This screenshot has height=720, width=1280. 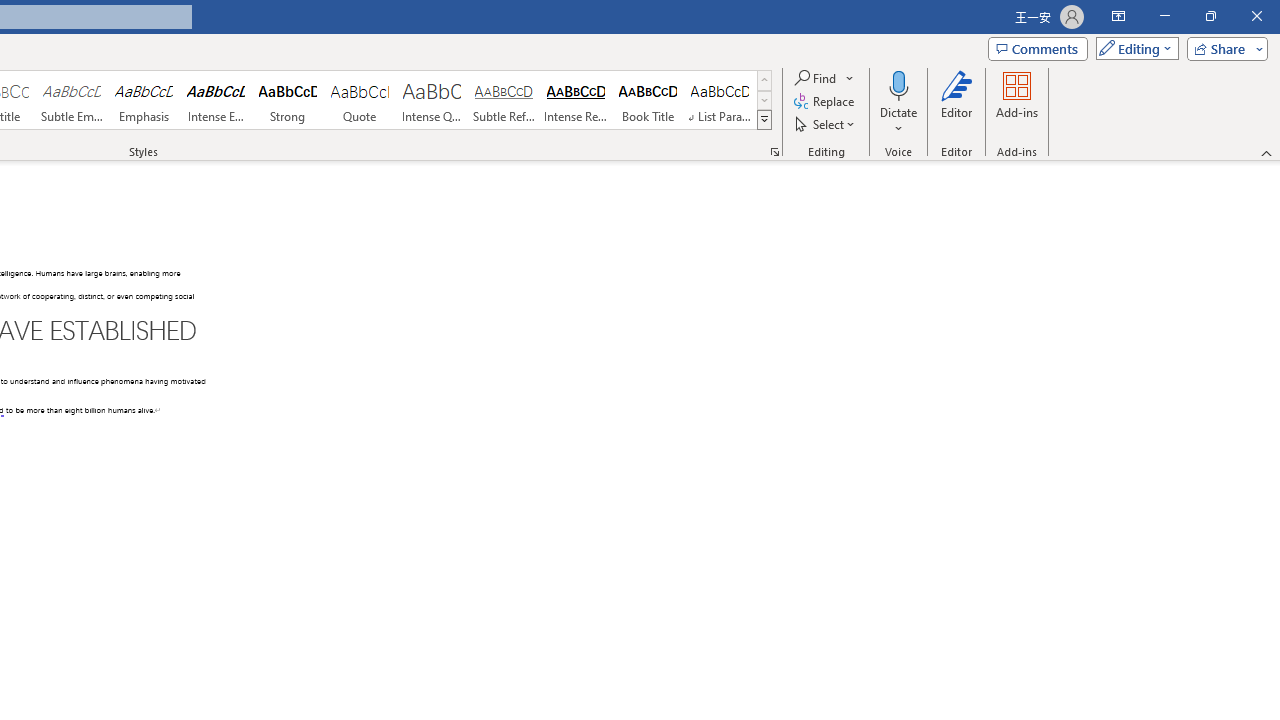 I want to click on 'Subtle Reference', so click(x=504, y=100).